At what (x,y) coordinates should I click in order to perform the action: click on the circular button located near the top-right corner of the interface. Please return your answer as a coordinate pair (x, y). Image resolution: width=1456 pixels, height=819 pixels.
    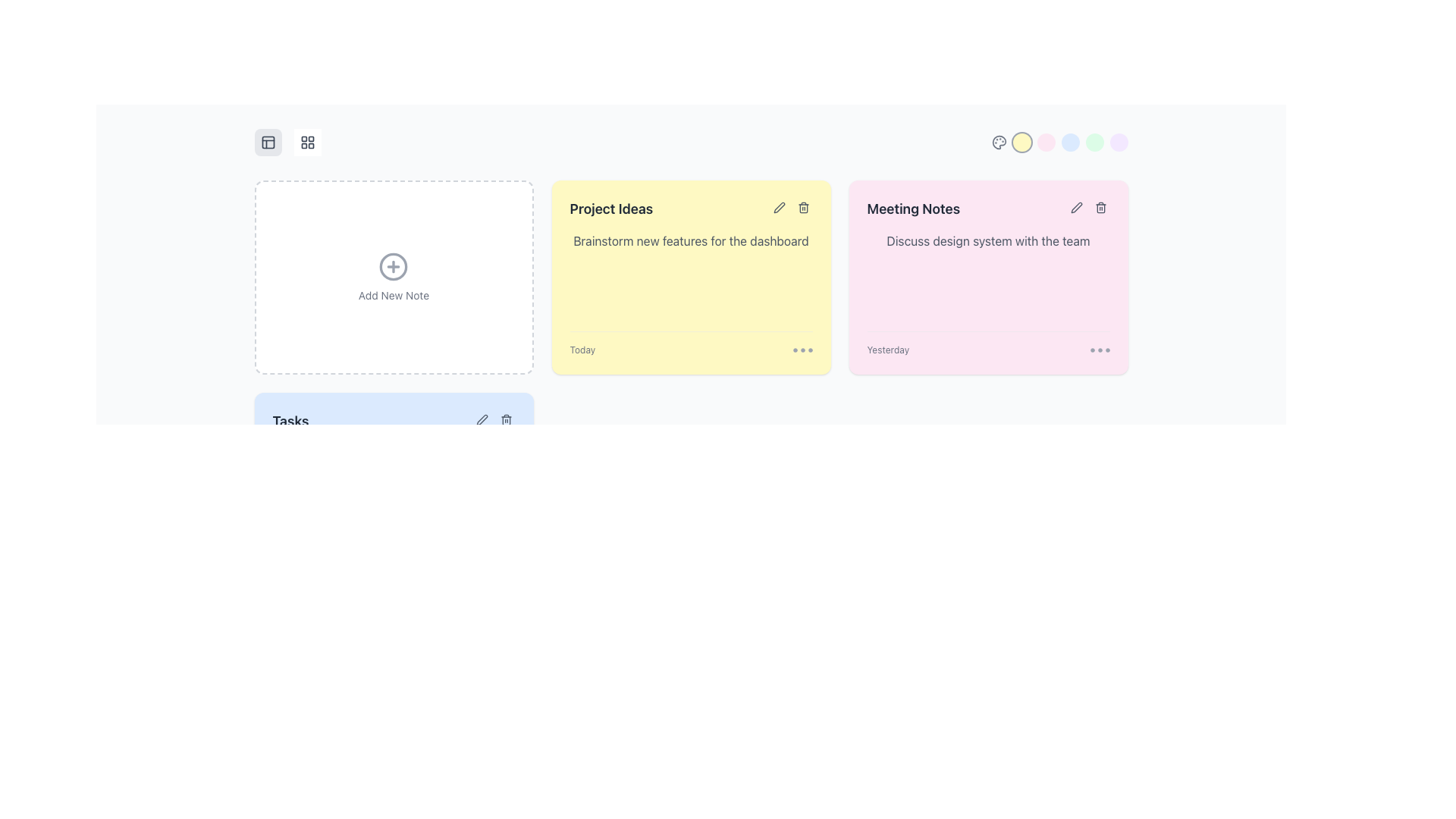
    Looking at the image, I should click on (1021, 143).